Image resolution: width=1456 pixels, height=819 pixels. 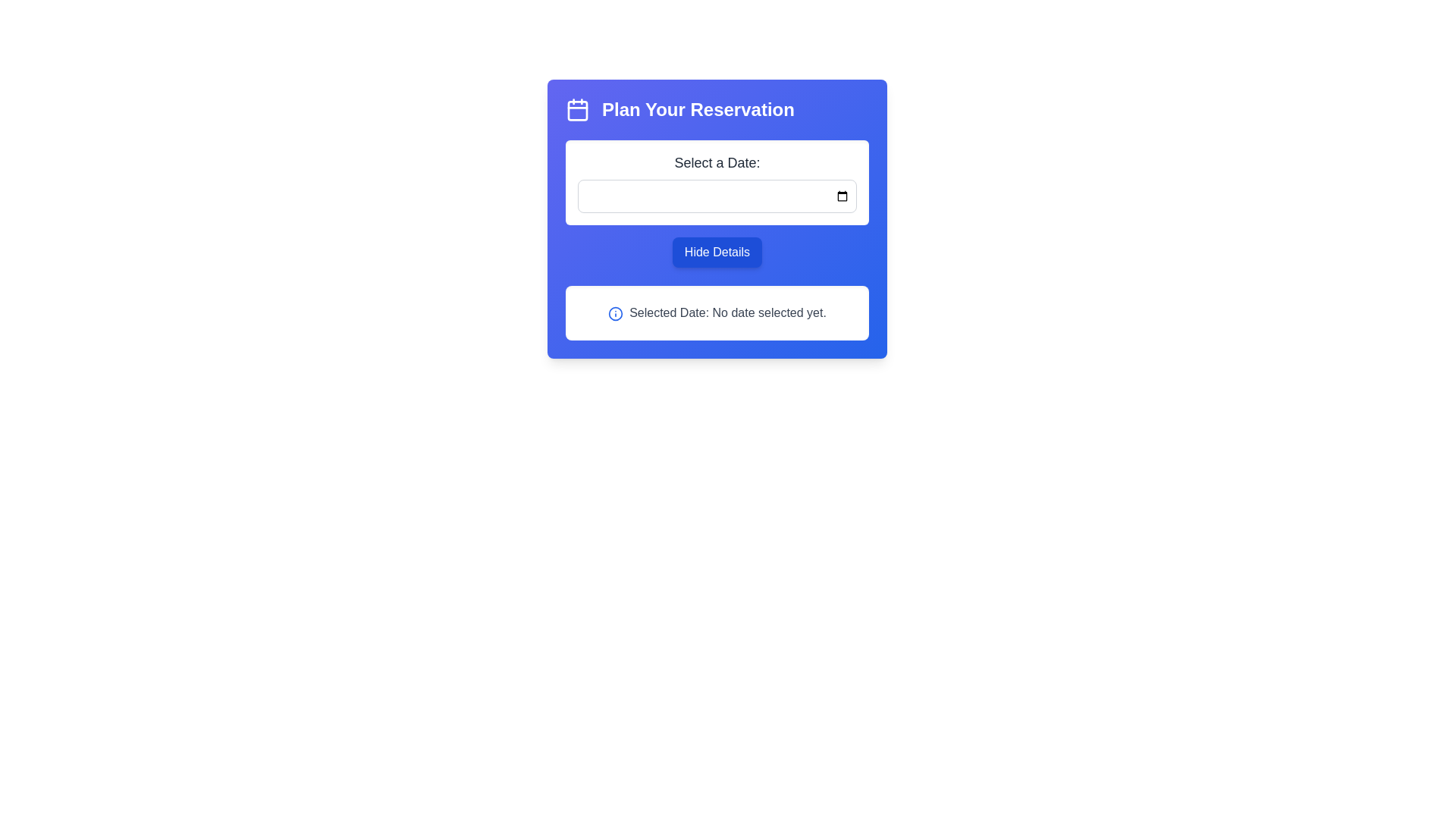 What do you see at coordinates (577, 110) in the screenshot?
I see `the central rectangular shape with rounded corners, styled in purple, located within the calendar icon at the top-left corner of the 'Plan Your Reservation' section` at bounding box center [577, 110].